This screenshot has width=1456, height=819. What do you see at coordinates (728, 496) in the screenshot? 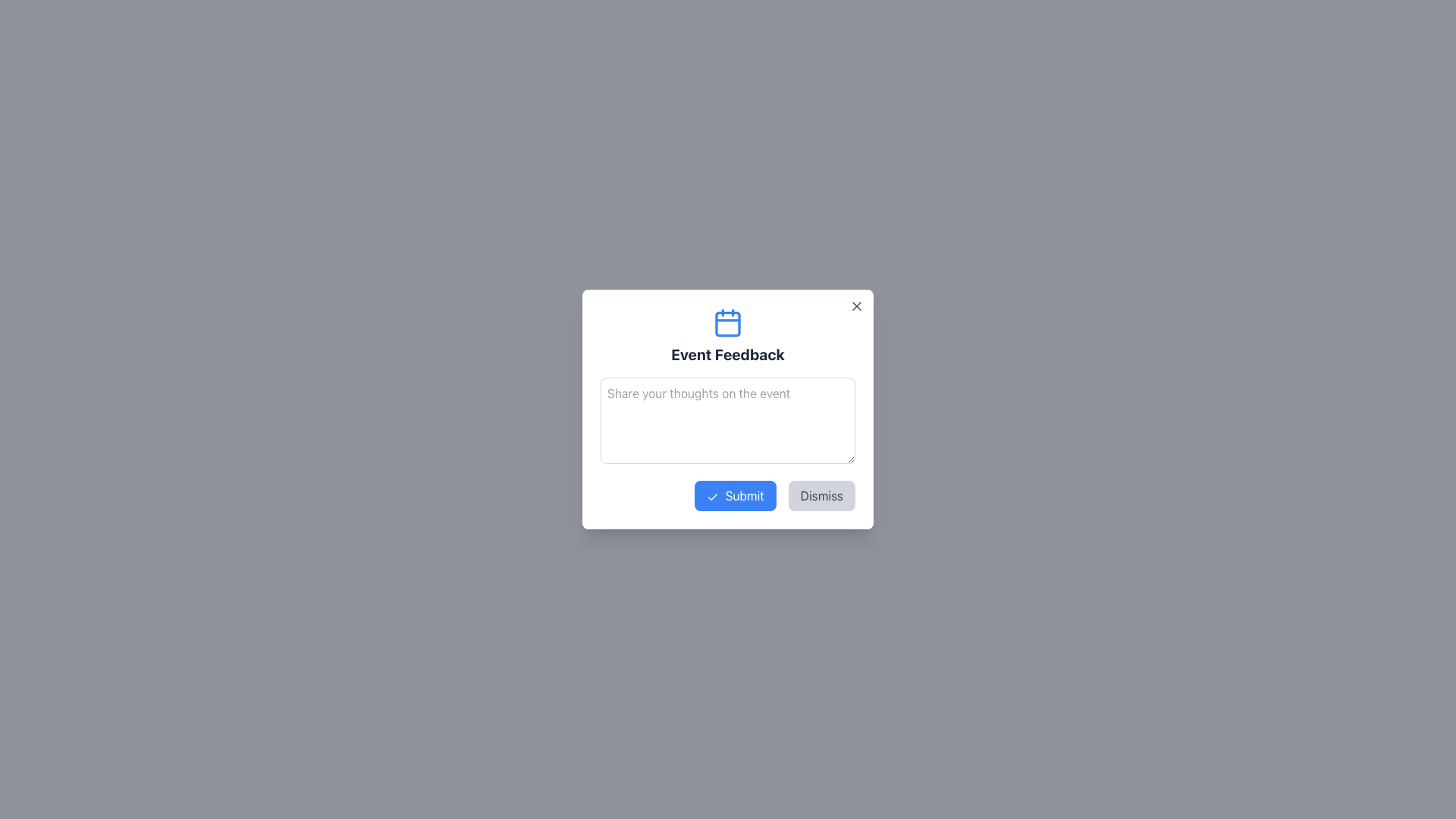
I see `the 'Submit Feedback' button located at the bottom-right of the 'Event Feedback' dialog box` at bounding box center [728, 496].